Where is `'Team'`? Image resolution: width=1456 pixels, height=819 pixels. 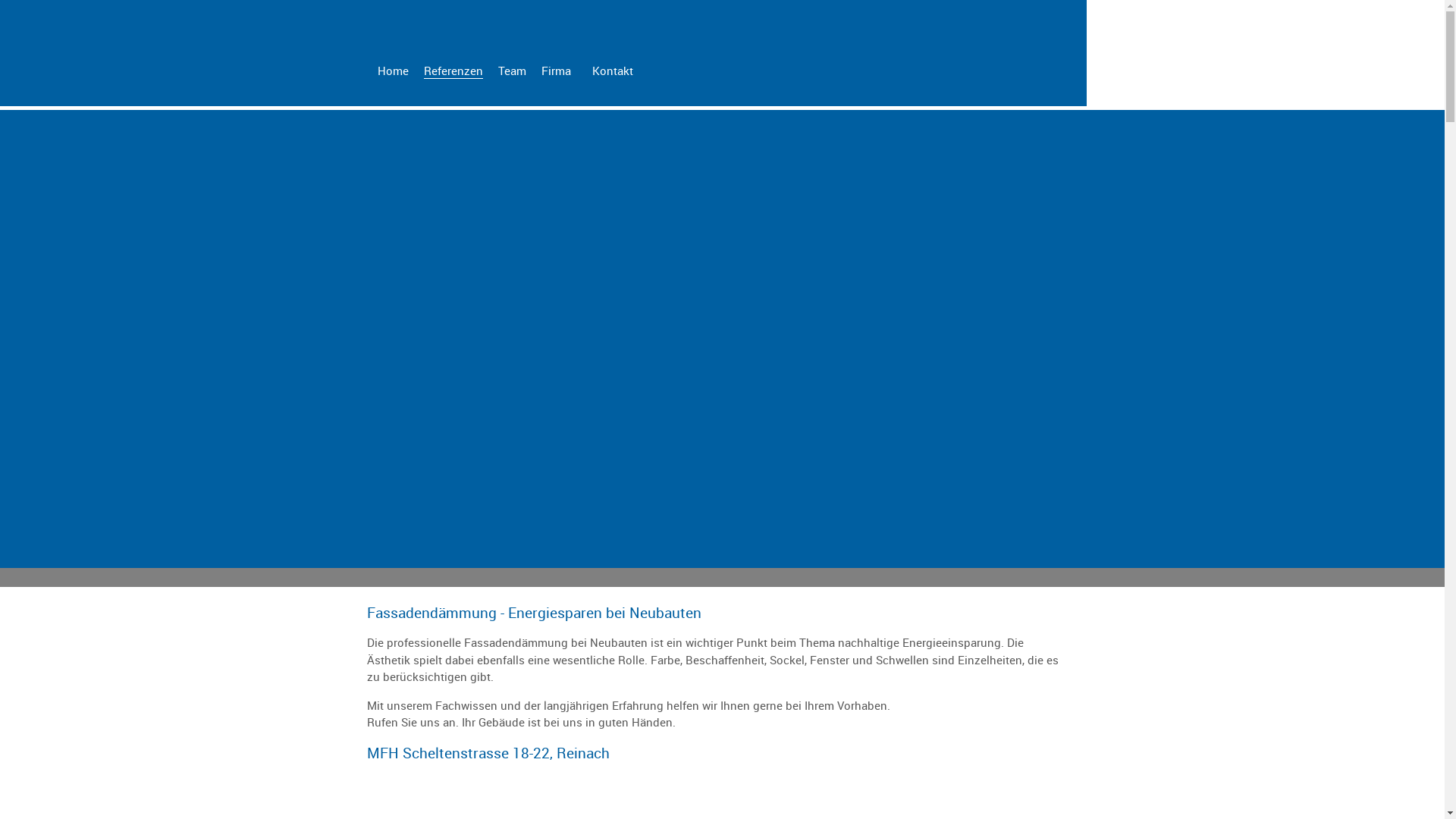 'Team' is located at coordinates (511, 70).